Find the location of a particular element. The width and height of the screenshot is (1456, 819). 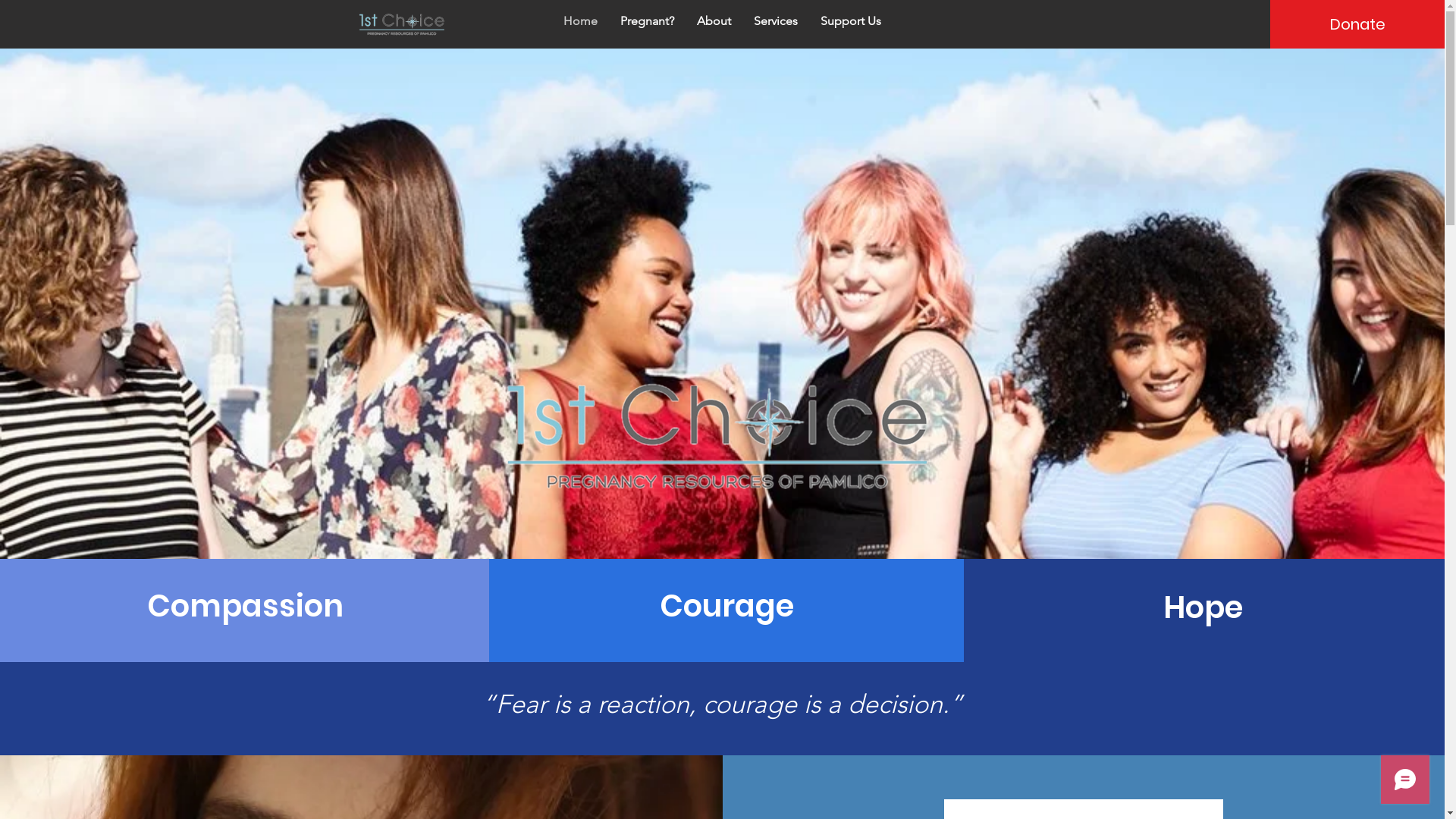

'Pregnant?' is located at coordinates (647, 20).